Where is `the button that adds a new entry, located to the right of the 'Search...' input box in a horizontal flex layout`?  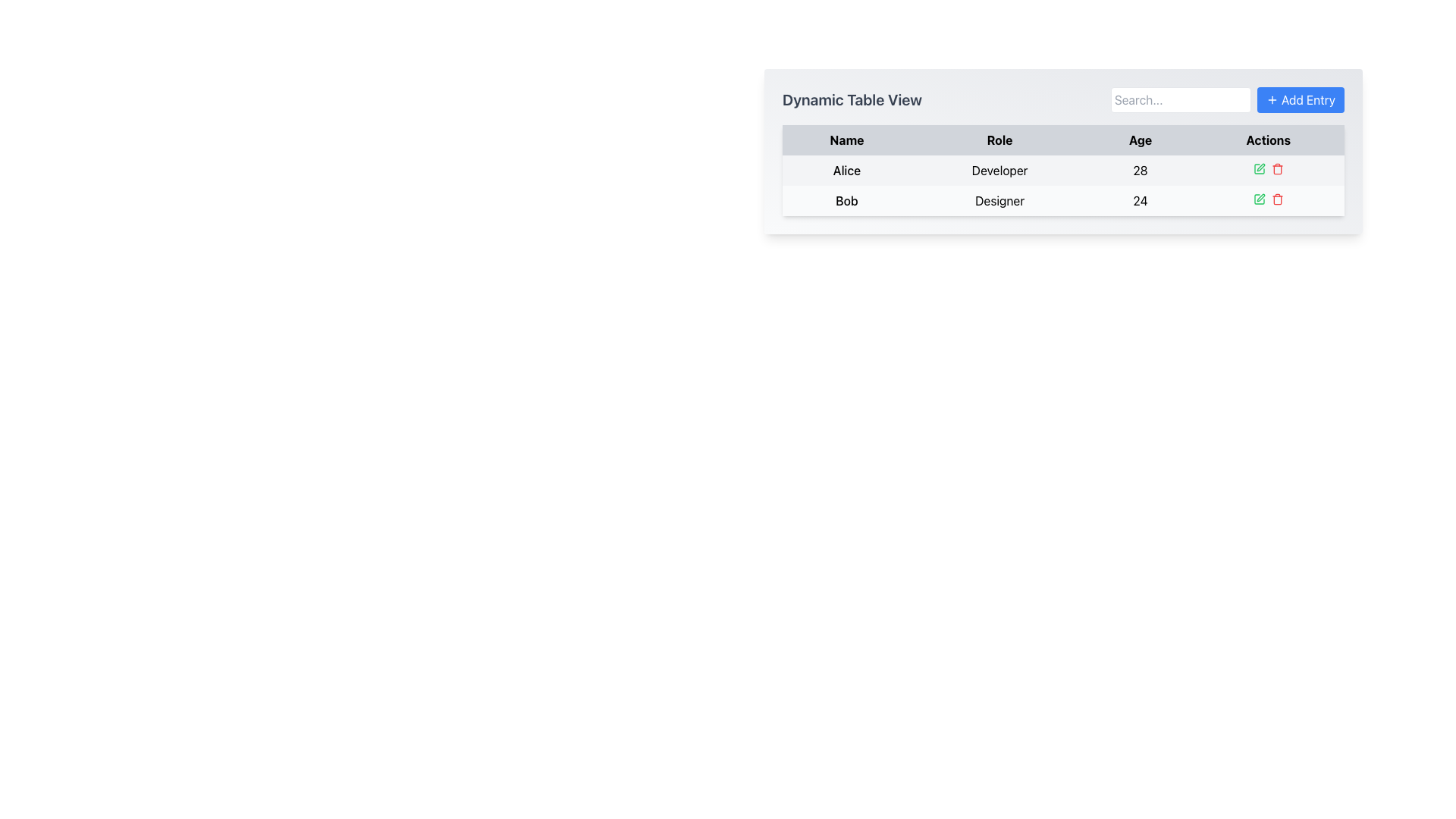 the button that adds a new entry, located to the right of the 'Search...' input box in a horizontal flex layout is located at coordinates (1300, 99).